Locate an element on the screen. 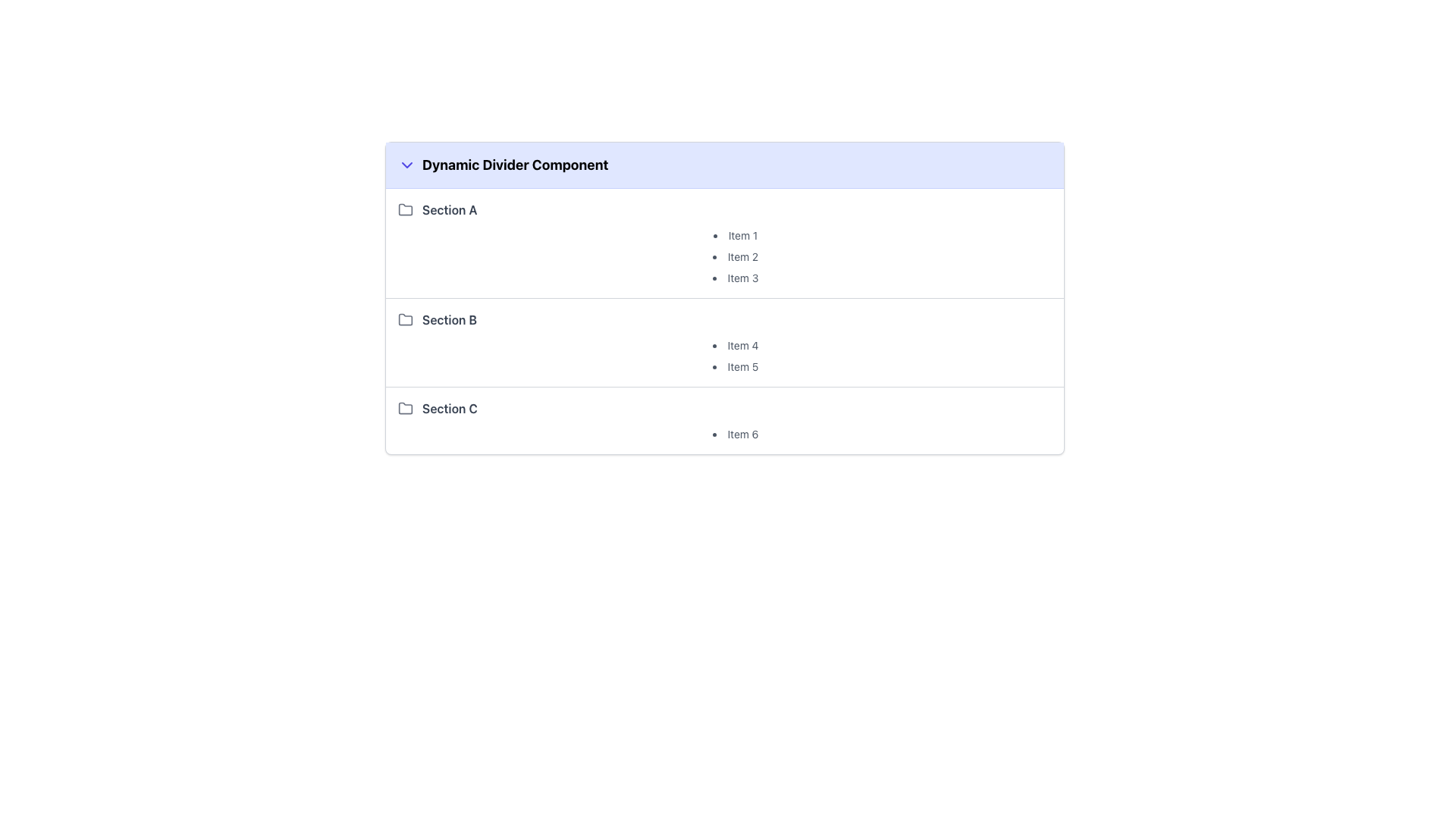  the text element labeled 'Item 1', which is the first item in a bulleted list within 'Section A' is located at coordinates (735, 236).